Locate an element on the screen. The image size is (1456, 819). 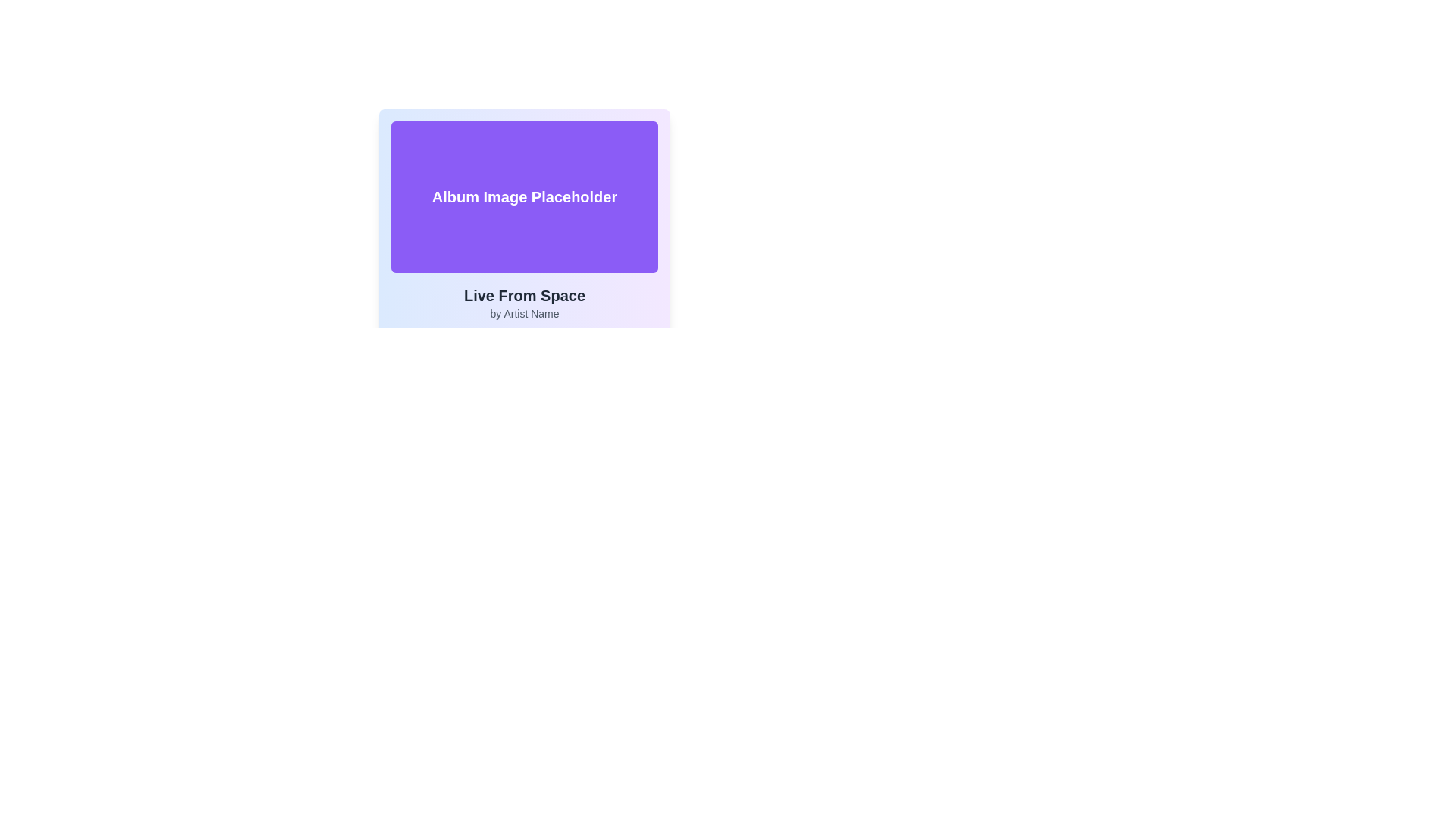
the text label displaying 'Live From Space', which is styled as 'text-xl font-semibold text-gray-800' and is centered under the purple 'Album Image Placeholder' is located at coordinates (524, 295).